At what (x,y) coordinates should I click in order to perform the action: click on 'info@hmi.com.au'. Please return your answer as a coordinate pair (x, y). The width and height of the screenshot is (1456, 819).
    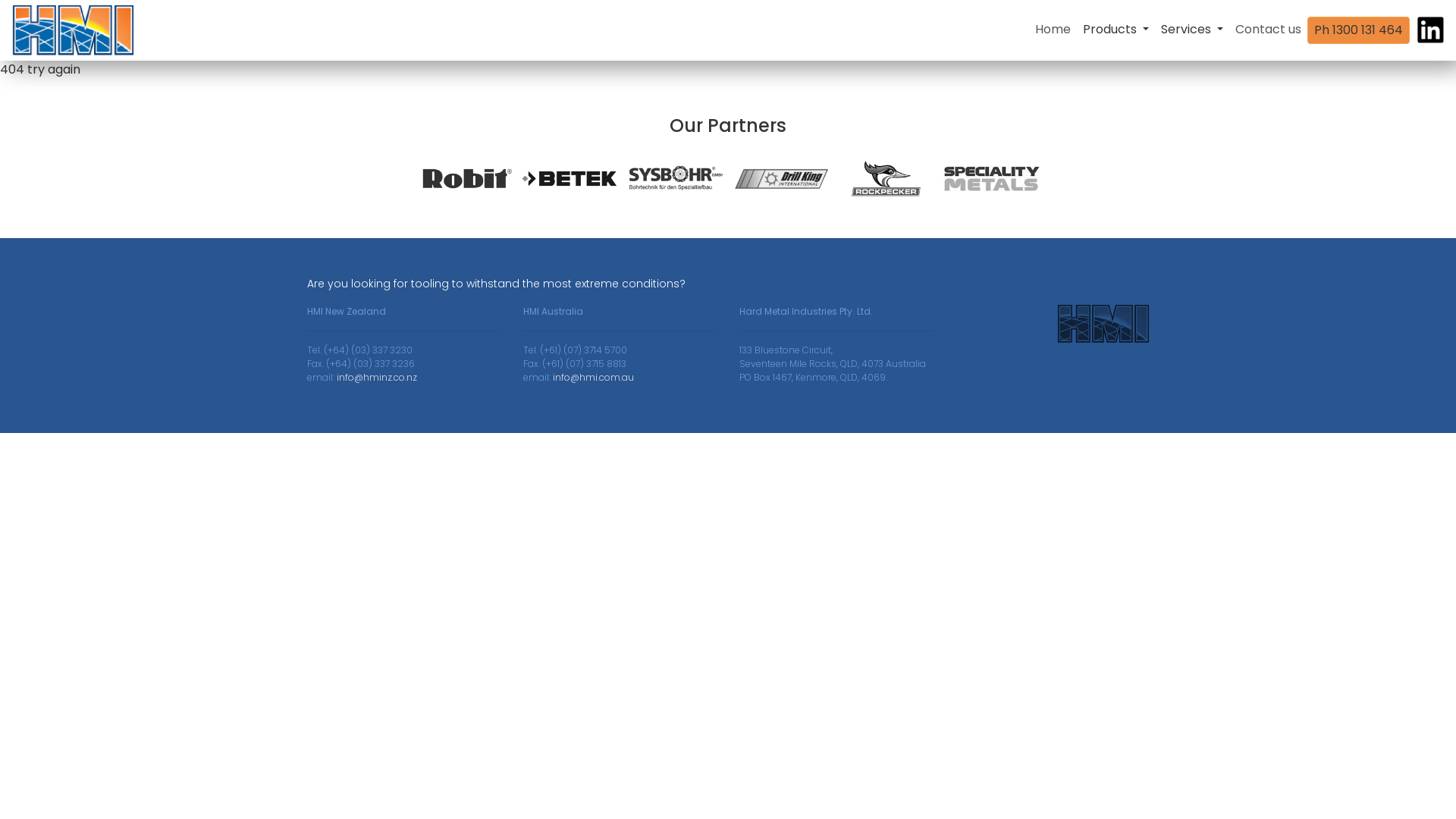
    Looking at the image, I should click on (592, 376).